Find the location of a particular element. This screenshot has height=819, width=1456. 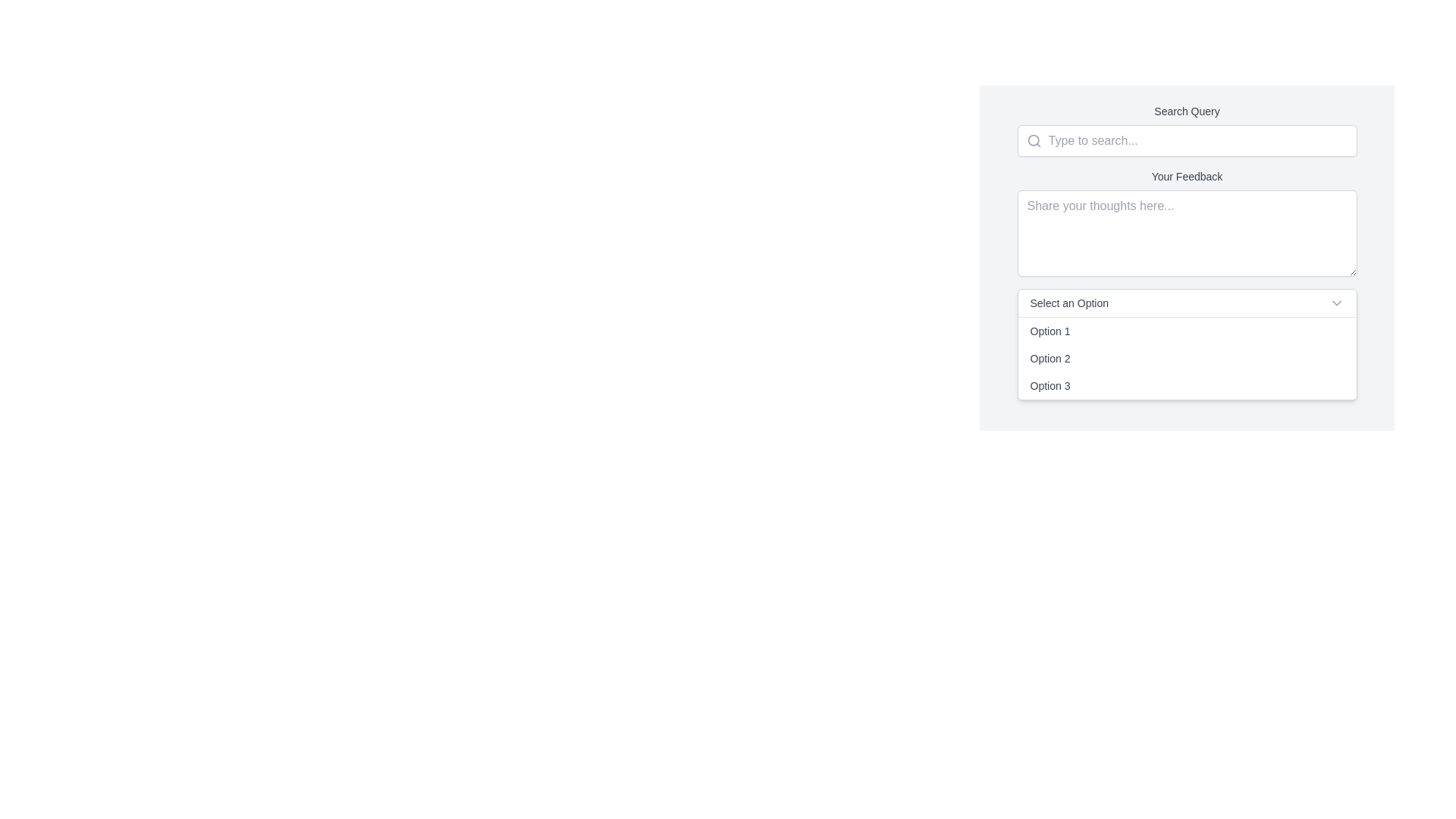

the first list item labeled 'Option 1' in the dropdown menu is located at coordinates (1186, 330).